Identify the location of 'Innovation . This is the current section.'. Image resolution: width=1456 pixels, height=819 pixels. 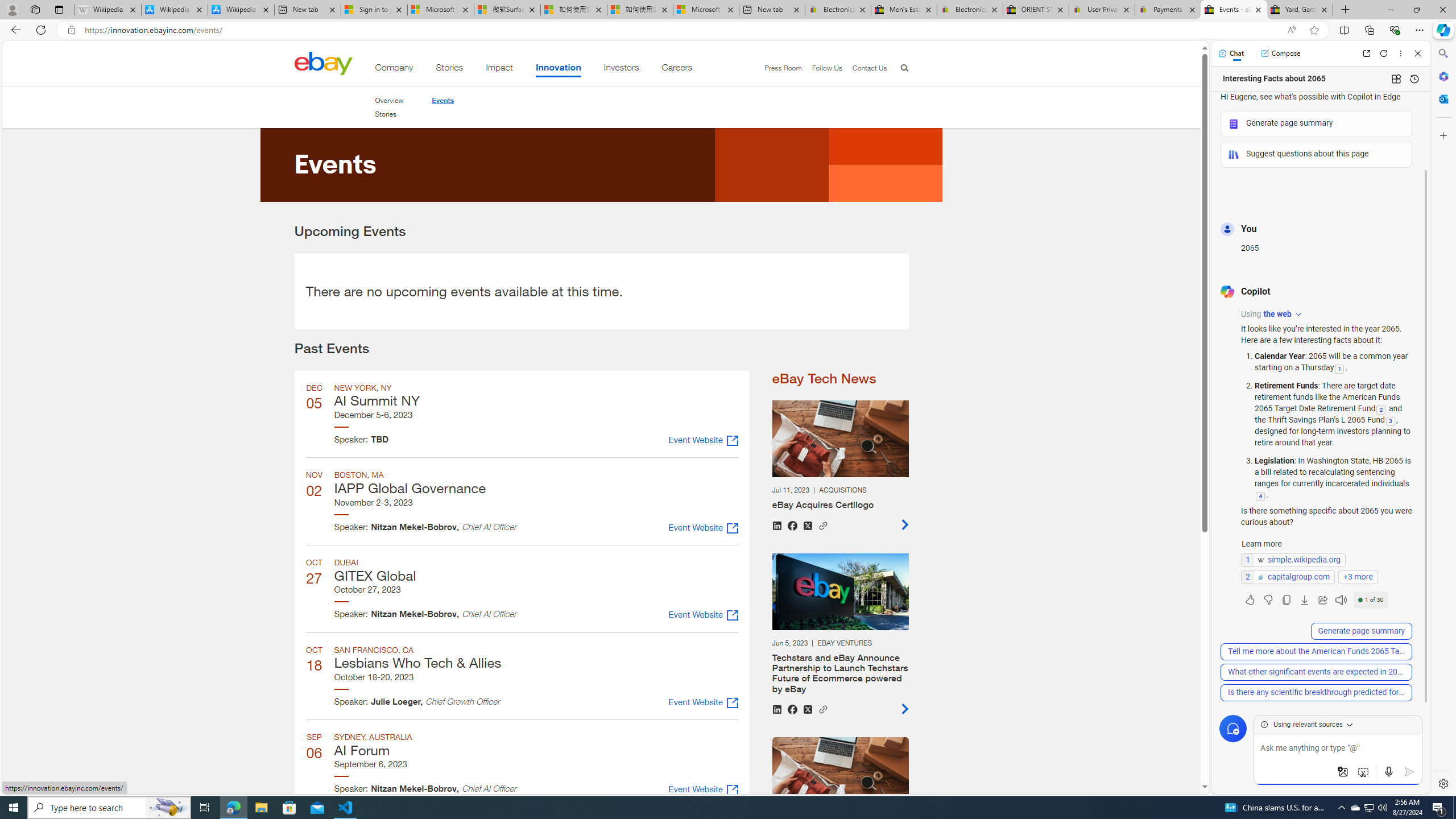
(558, 69).